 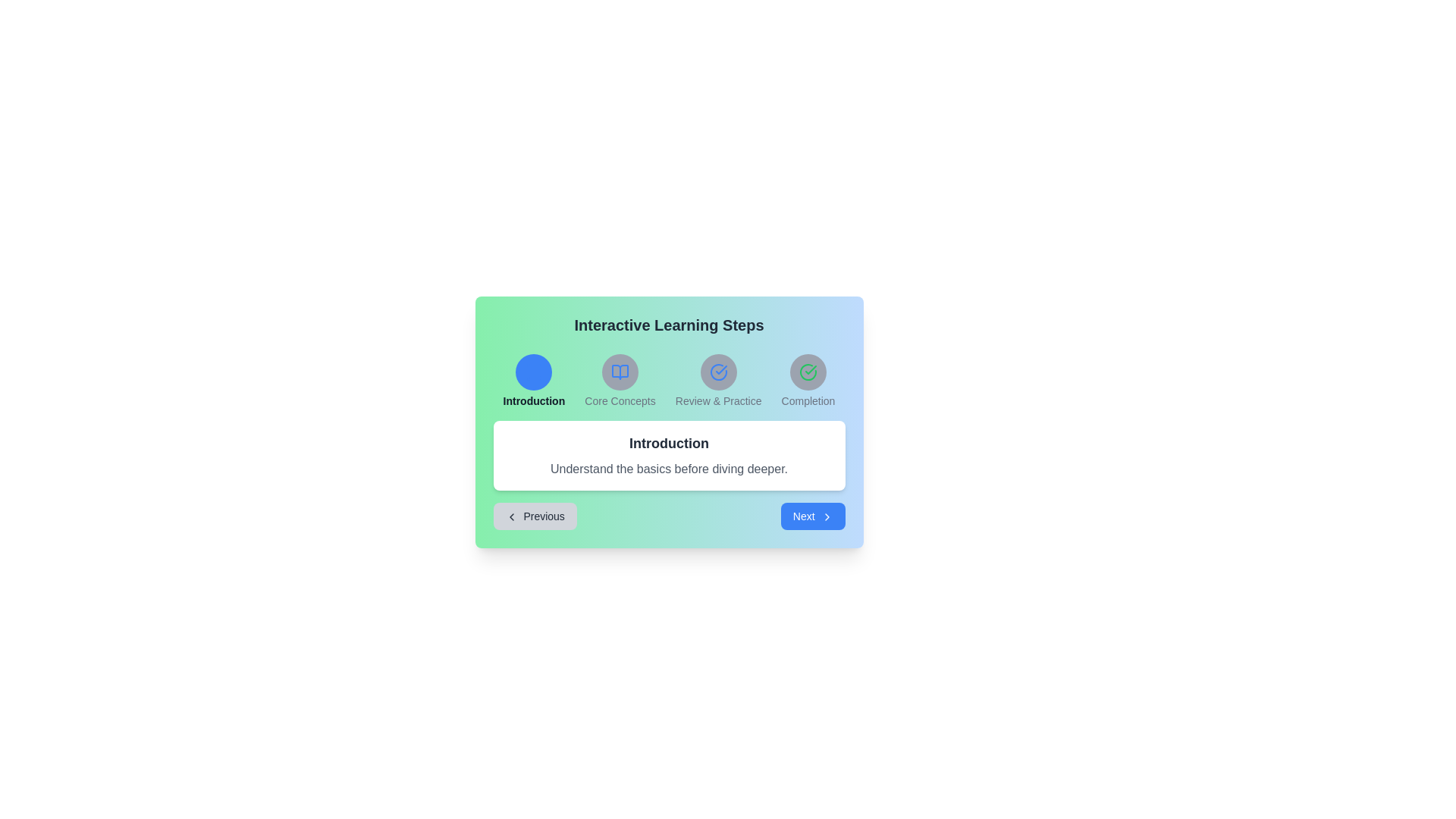 I want to click on the 'Introduction' book icon, which is the first icon in a row of four icons representing step markers in the learning process, so click(x=534, y=372).